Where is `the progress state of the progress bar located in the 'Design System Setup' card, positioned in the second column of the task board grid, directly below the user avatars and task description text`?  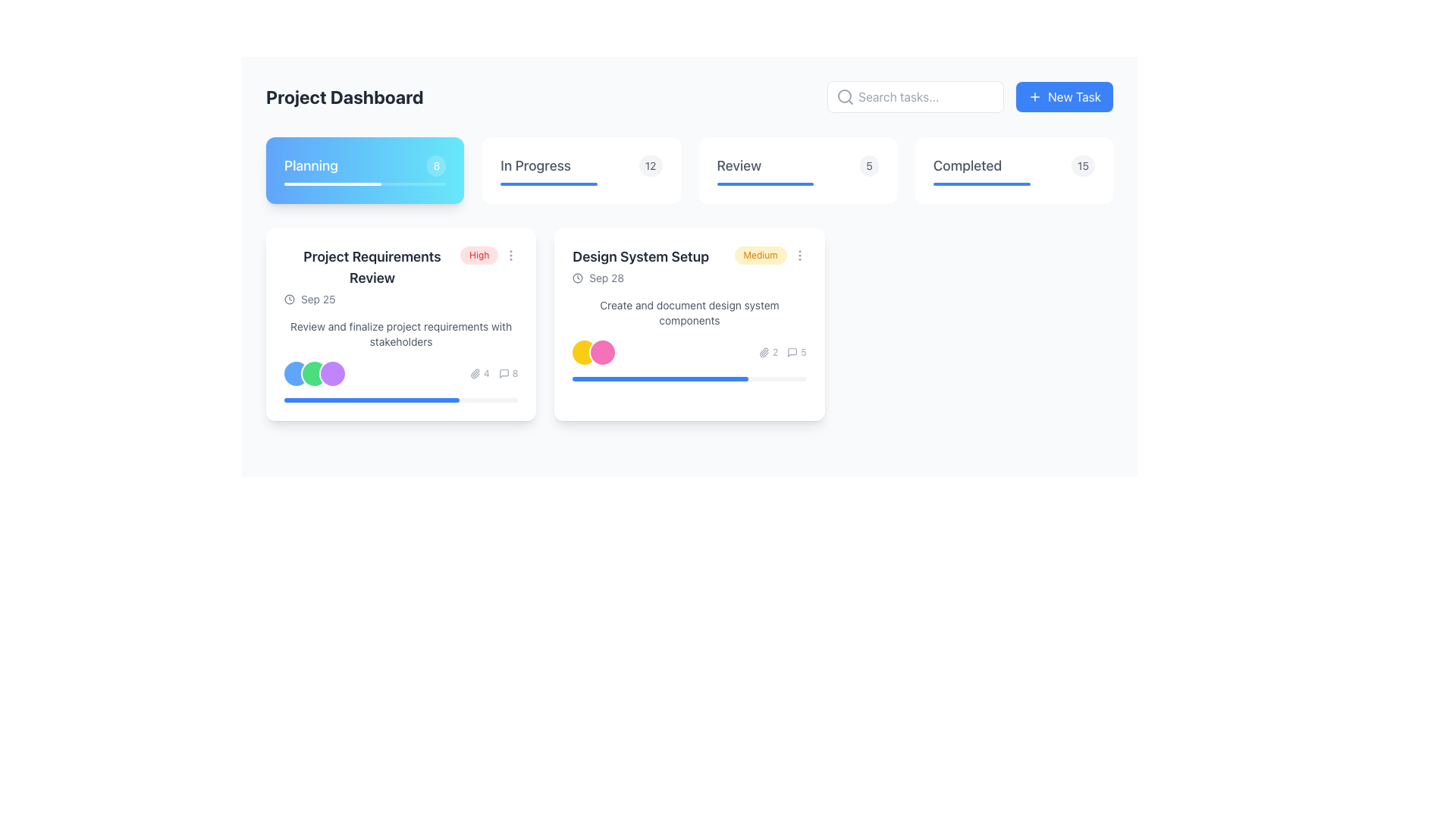 the progress state of the progress bar located in the 'Design System Setup' card, positioned in the second column of the task board grid, directly below the user avatars and task description text is located at coordinates (689, 378).